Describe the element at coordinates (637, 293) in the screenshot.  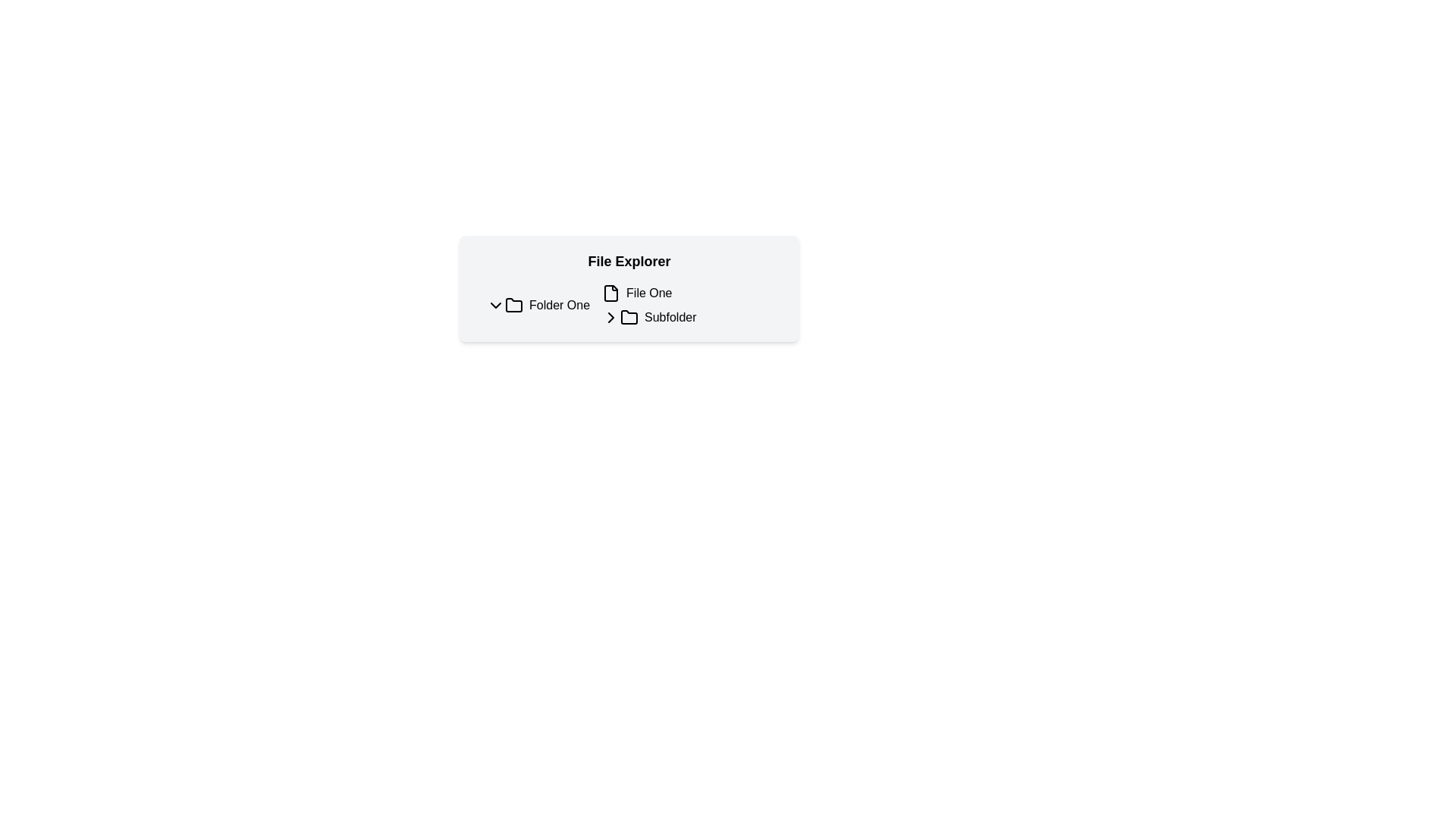
I see `the 'File One' label with the document file icon` at that location.